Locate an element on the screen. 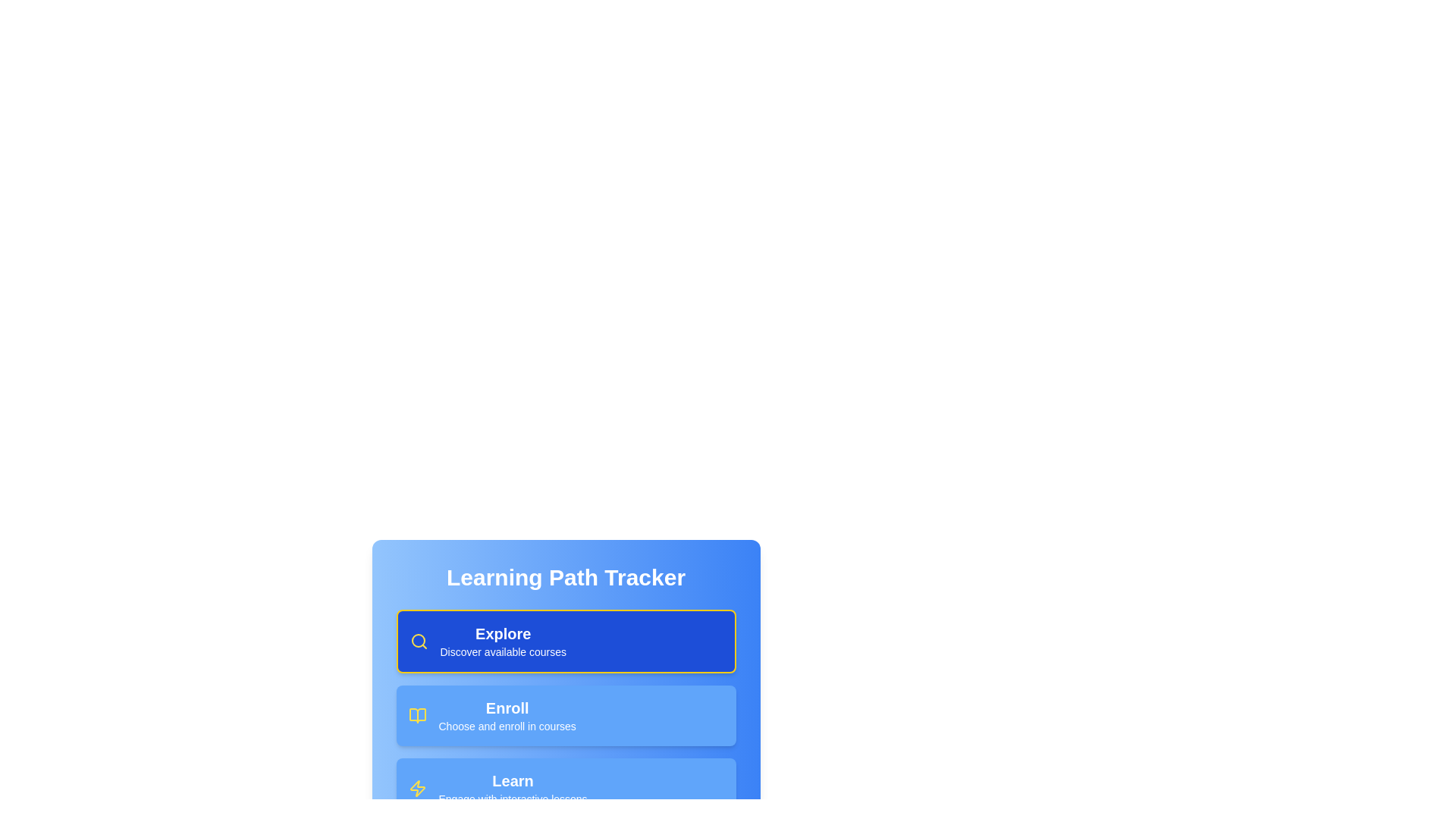 This screenshot has width=1456, height=819. the title text for the interactive lessons section, located below the 'Enroll' section and above the supporting text 'Engage with interactive lessons' is located at coordinates (513, 780).